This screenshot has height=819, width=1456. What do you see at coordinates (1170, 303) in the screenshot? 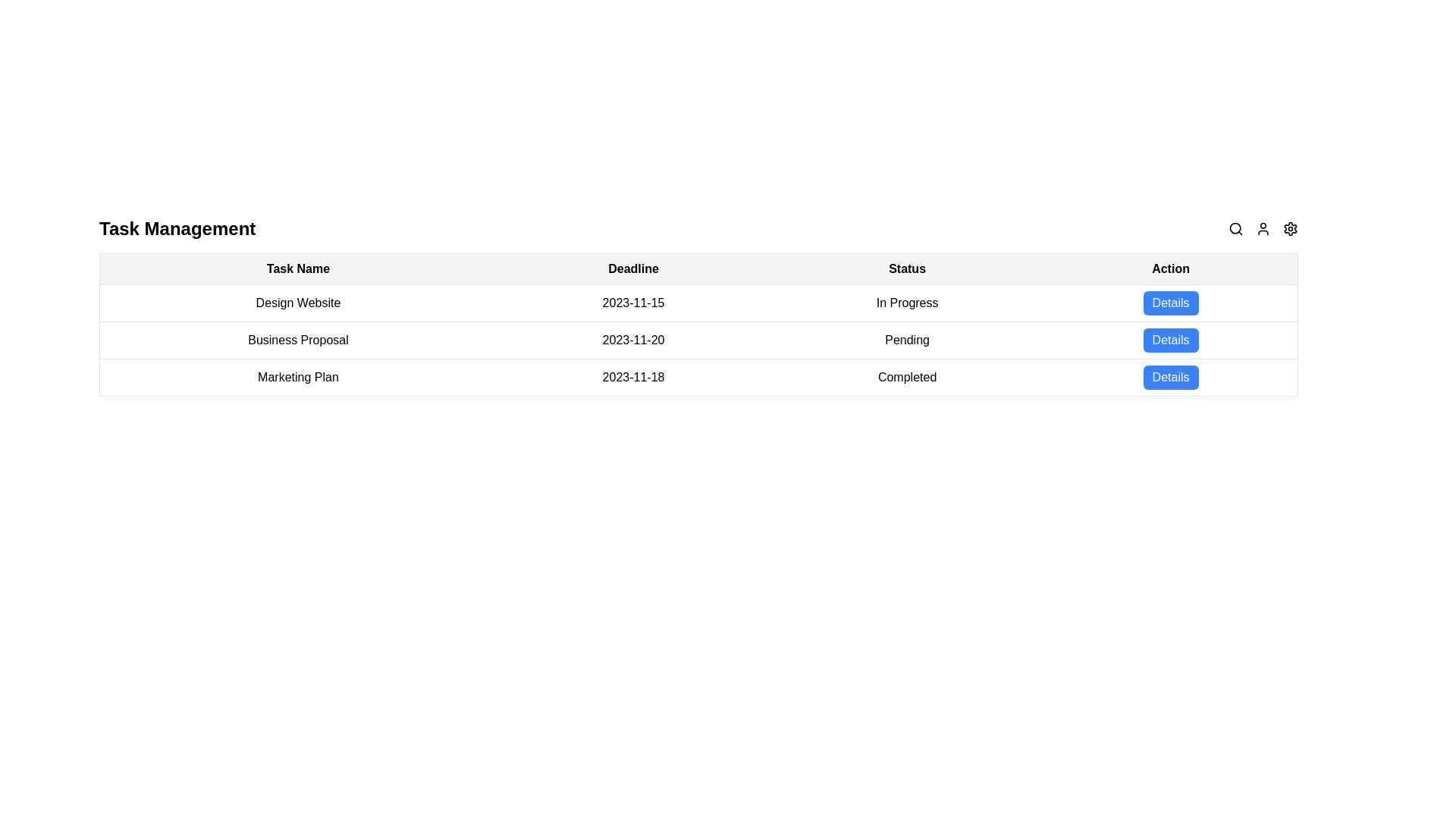
I see `the blue button labeled 'Details' in the 'Action' column of the 'Design Website' task entry` at bounding box center [1170, 303].